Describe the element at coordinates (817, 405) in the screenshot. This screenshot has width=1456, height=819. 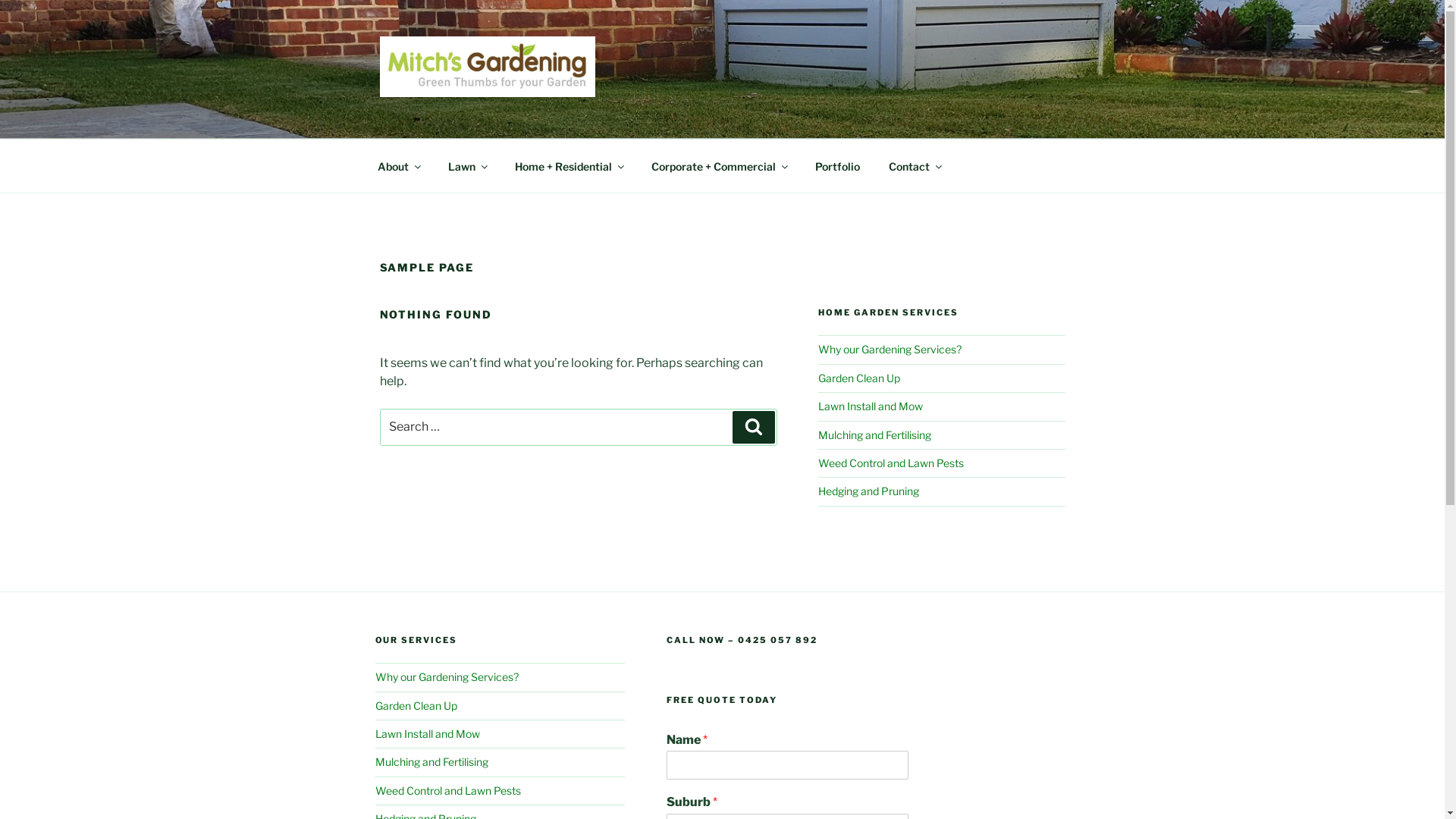
I see `'Lawn Install and Mow'` at that location.